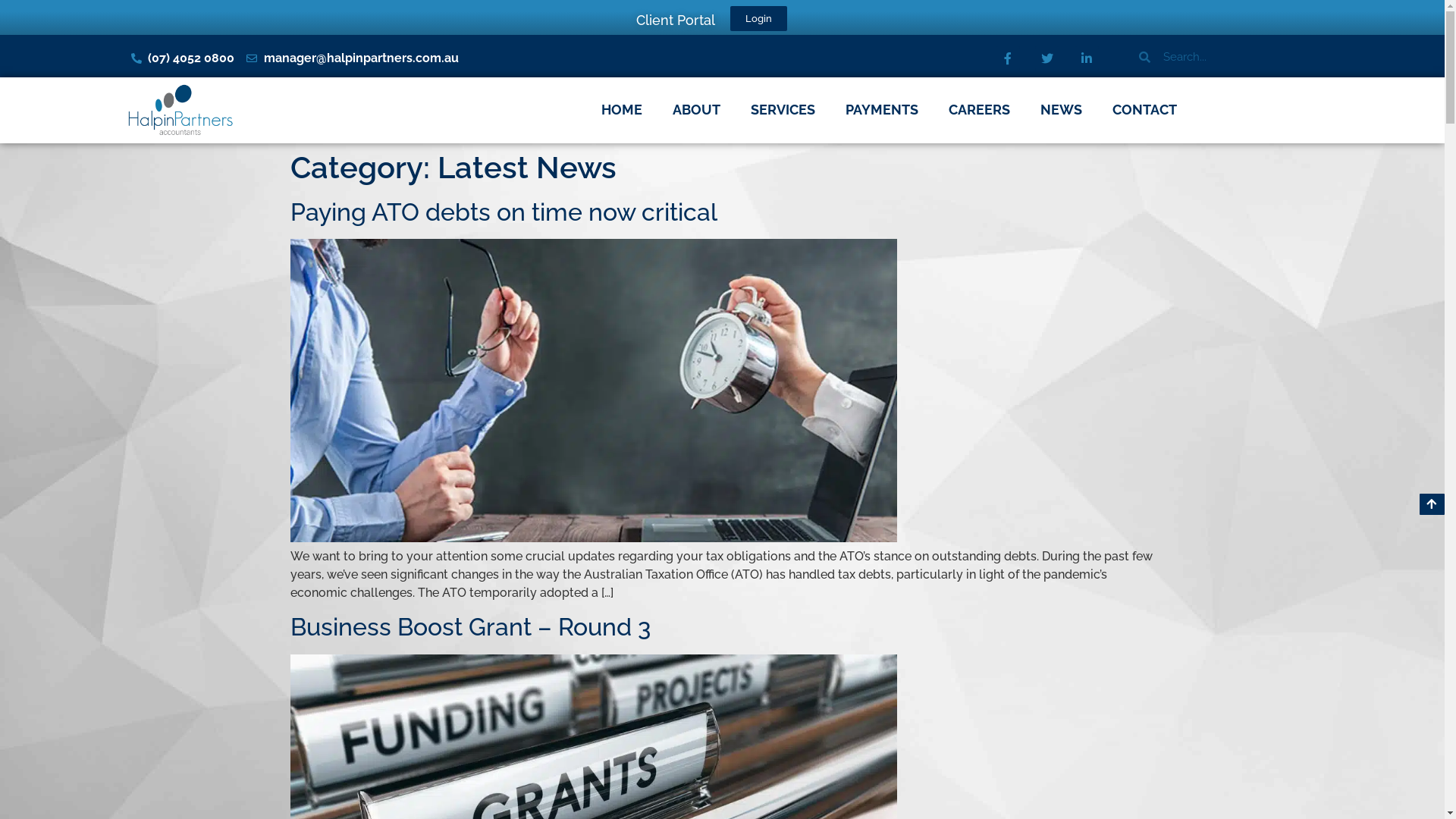  What do you see at coordinates (182, 58) in the screenshot?
I see `'(07) 4052 0800'` at bounding box center [182, 58].